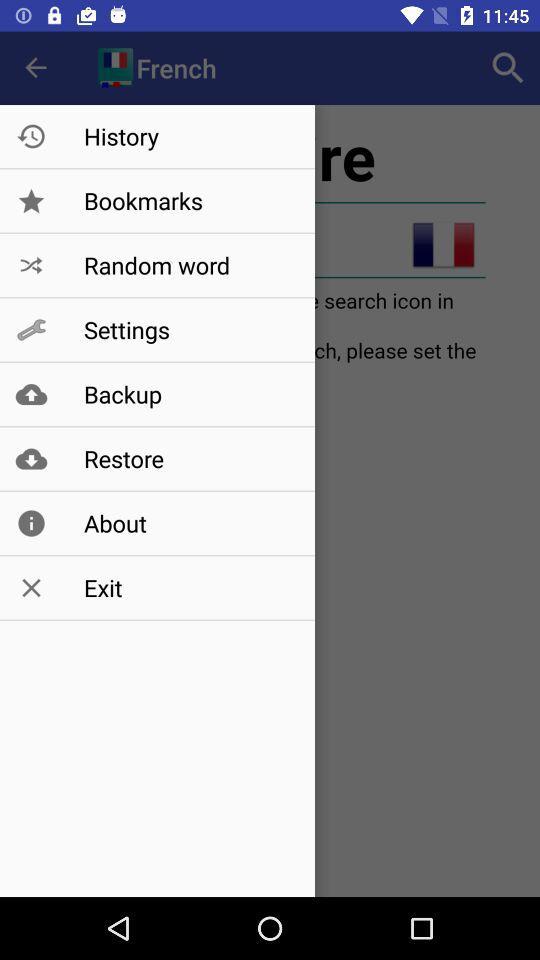 This screenshot has height=960, width=540. Describe the element at coordinates (189, 458) in the screenshot. I see `the restore` at that location.